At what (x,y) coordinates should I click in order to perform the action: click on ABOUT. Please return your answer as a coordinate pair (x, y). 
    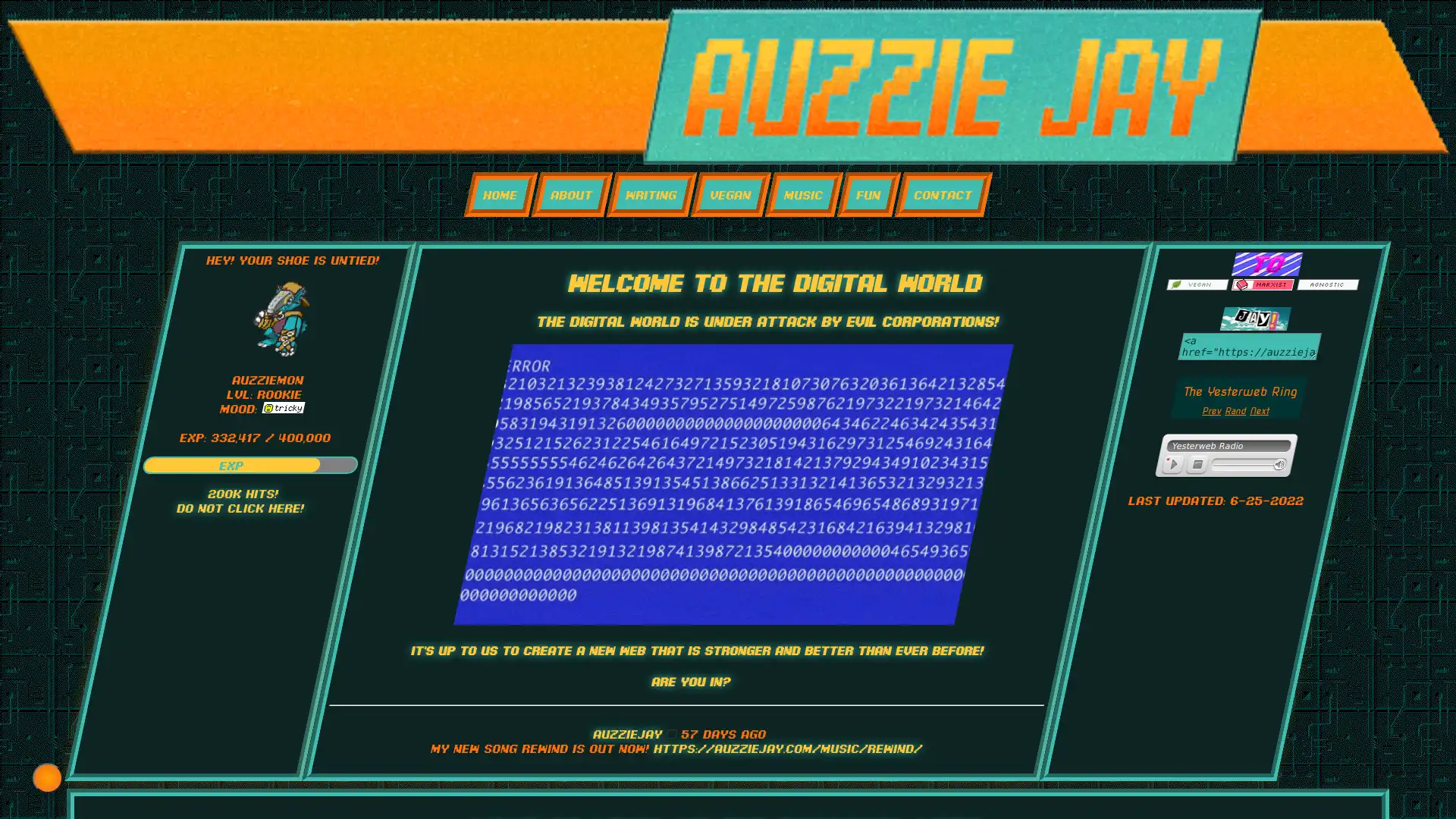
    Looking at the image, I should click on (570, 193).